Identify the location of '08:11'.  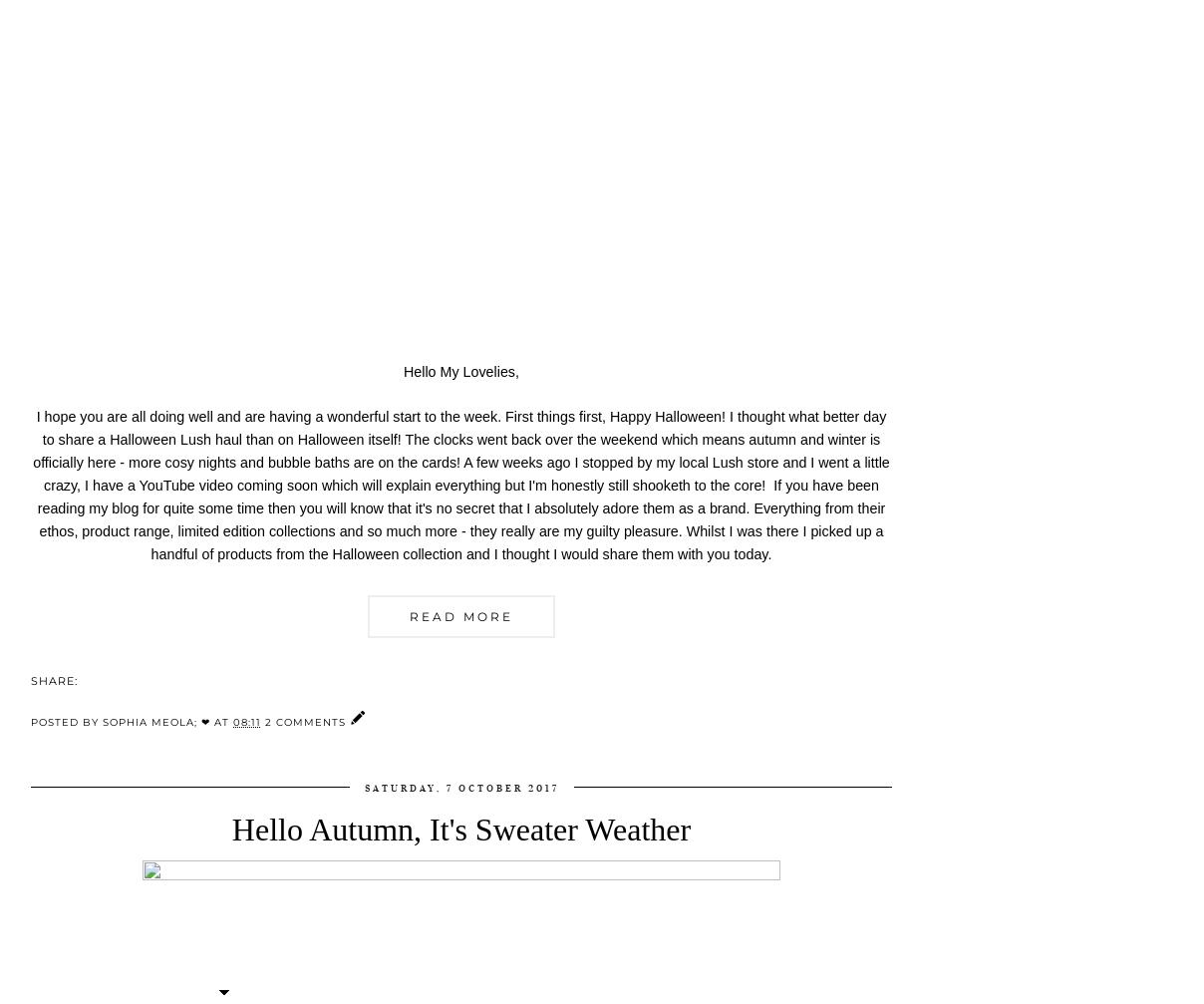
(247, 721).